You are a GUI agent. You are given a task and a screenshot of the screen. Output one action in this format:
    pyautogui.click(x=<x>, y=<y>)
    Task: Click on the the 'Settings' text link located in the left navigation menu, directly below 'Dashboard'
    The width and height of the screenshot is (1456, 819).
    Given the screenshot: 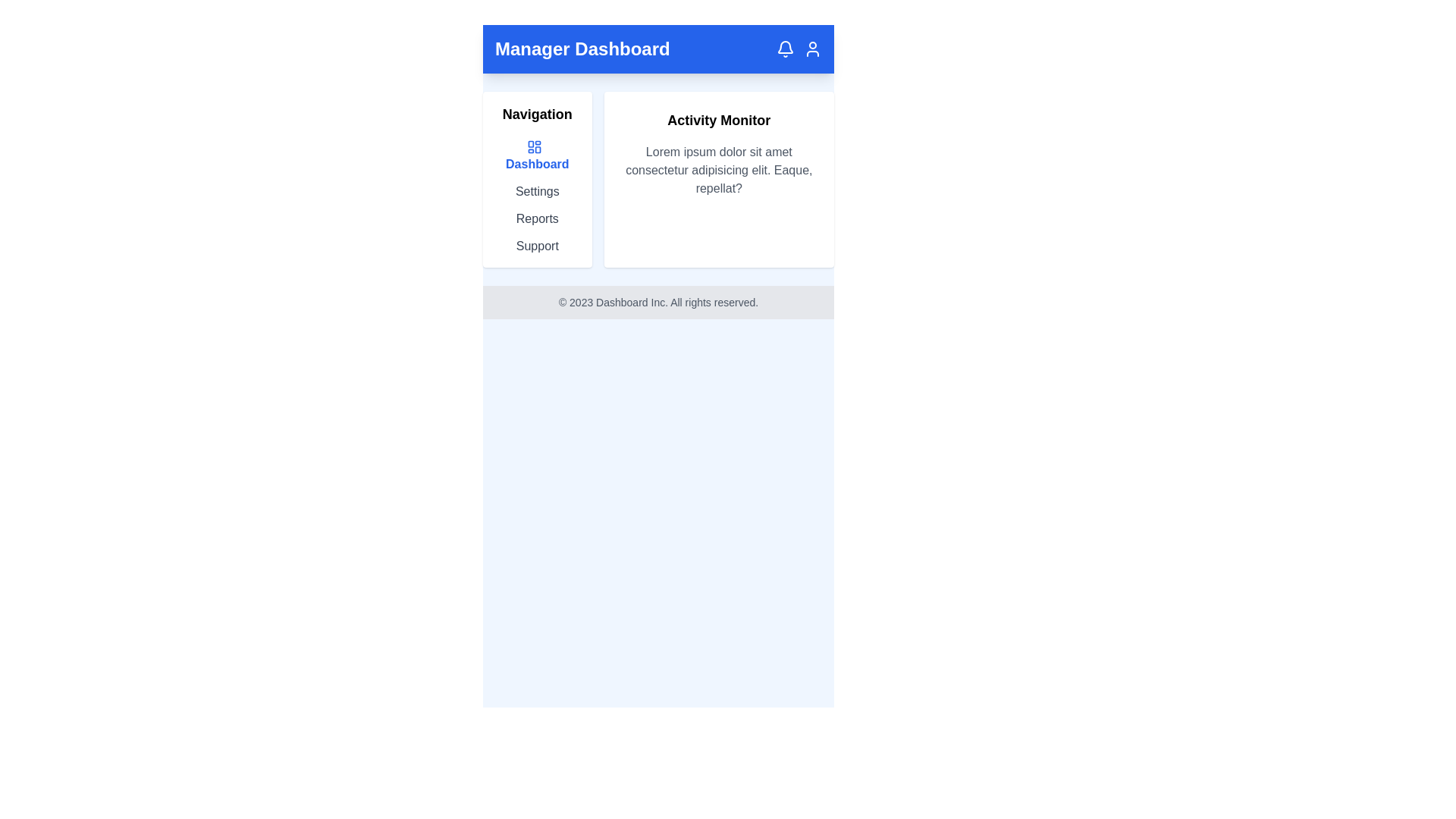 What is the action you would take?
    pyautogui.click(x=537, y=191)
    